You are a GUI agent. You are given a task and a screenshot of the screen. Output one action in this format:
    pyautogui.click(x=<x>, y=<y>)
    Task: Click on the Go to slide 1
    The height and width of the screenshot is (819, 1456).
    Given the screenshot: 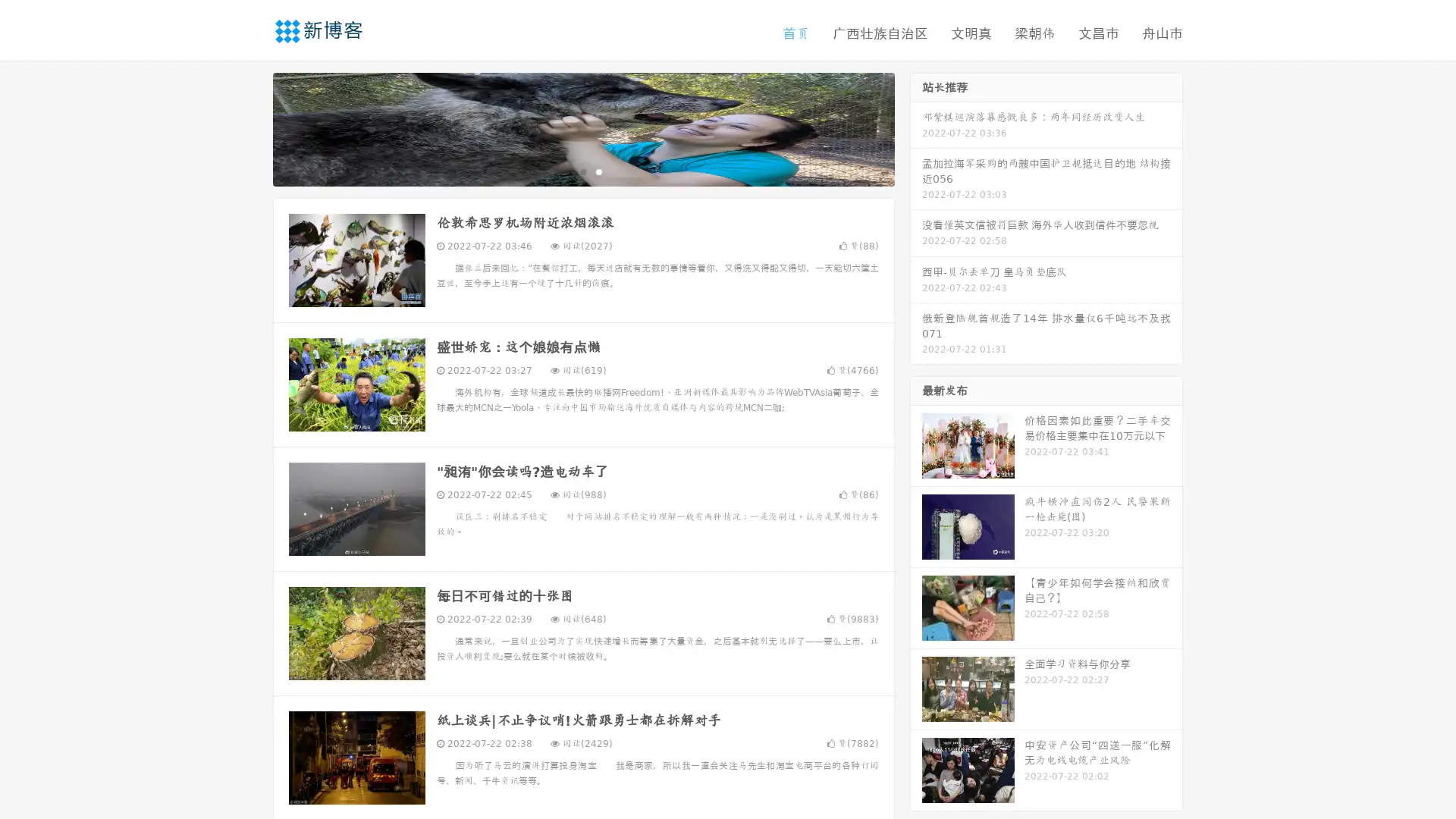 What is the action you would take?
    pyautogui.click(x=567, y=171)
    